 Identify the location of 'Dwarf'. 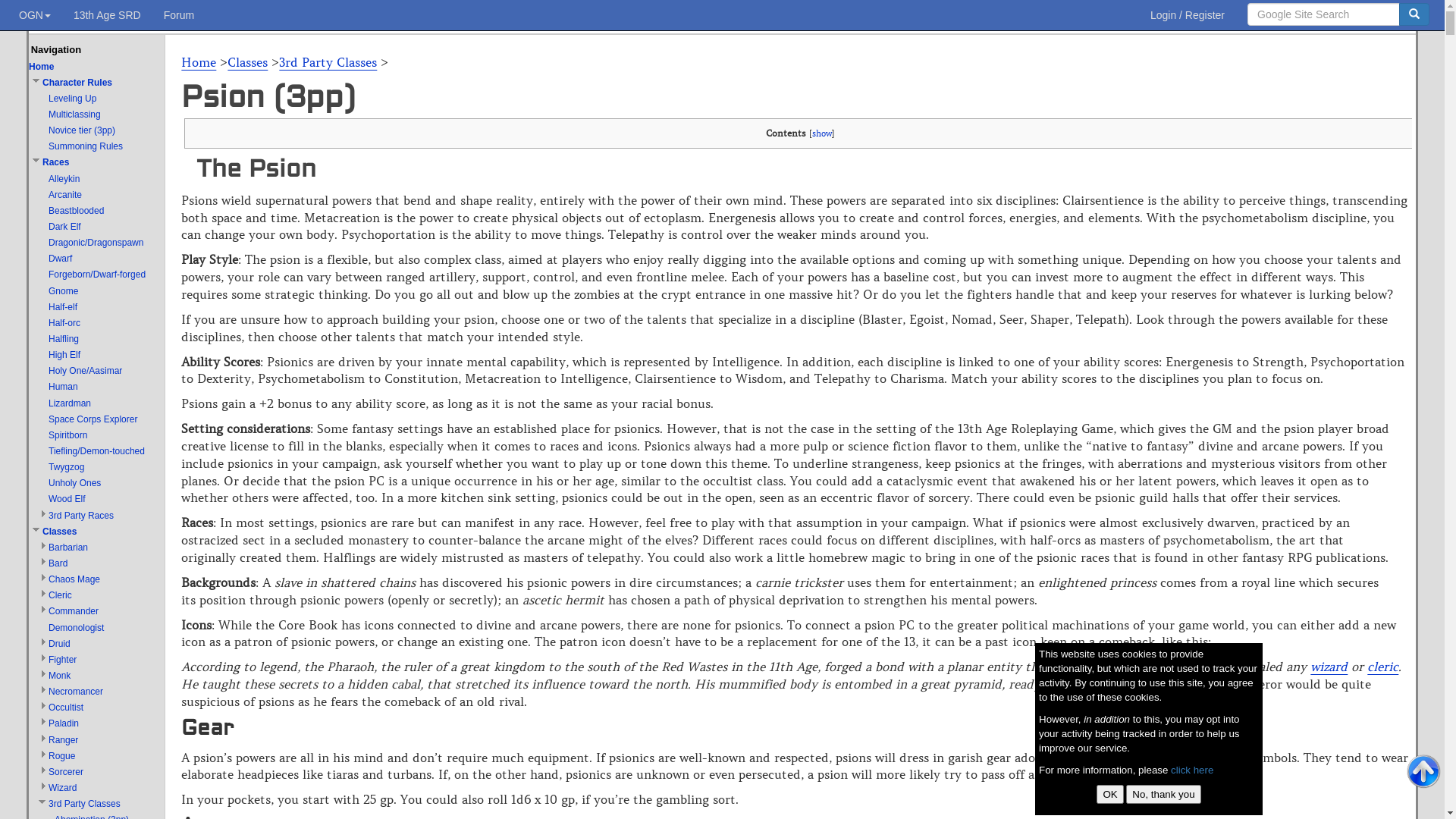
(60, 257).